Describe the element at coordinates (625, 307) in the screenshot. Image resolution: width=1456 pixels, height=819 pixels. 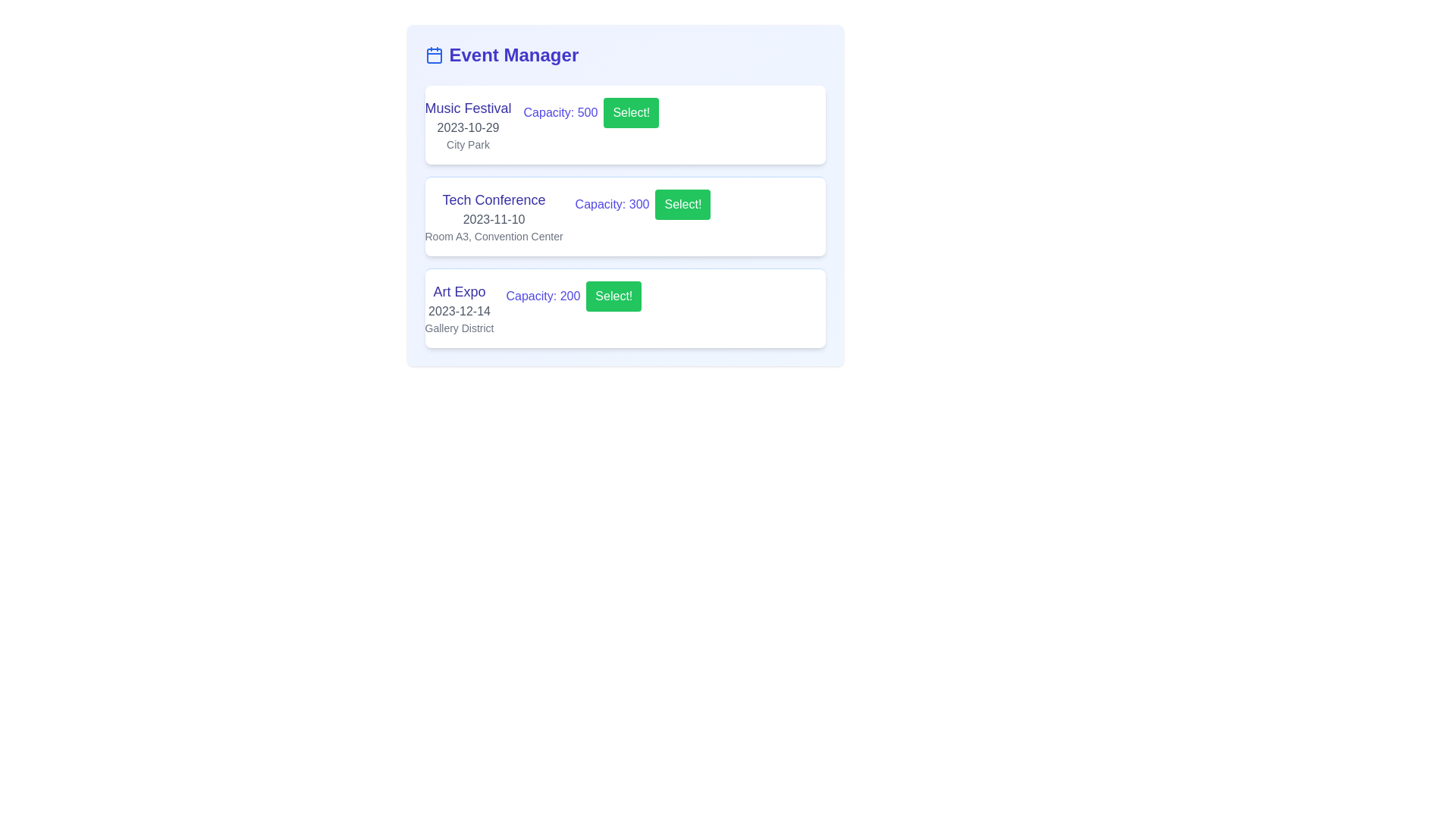
I see `the green 'Select!' button located on the 'Art Expo' event card, which is the third card in a vertical list of event descriptions` at that location.